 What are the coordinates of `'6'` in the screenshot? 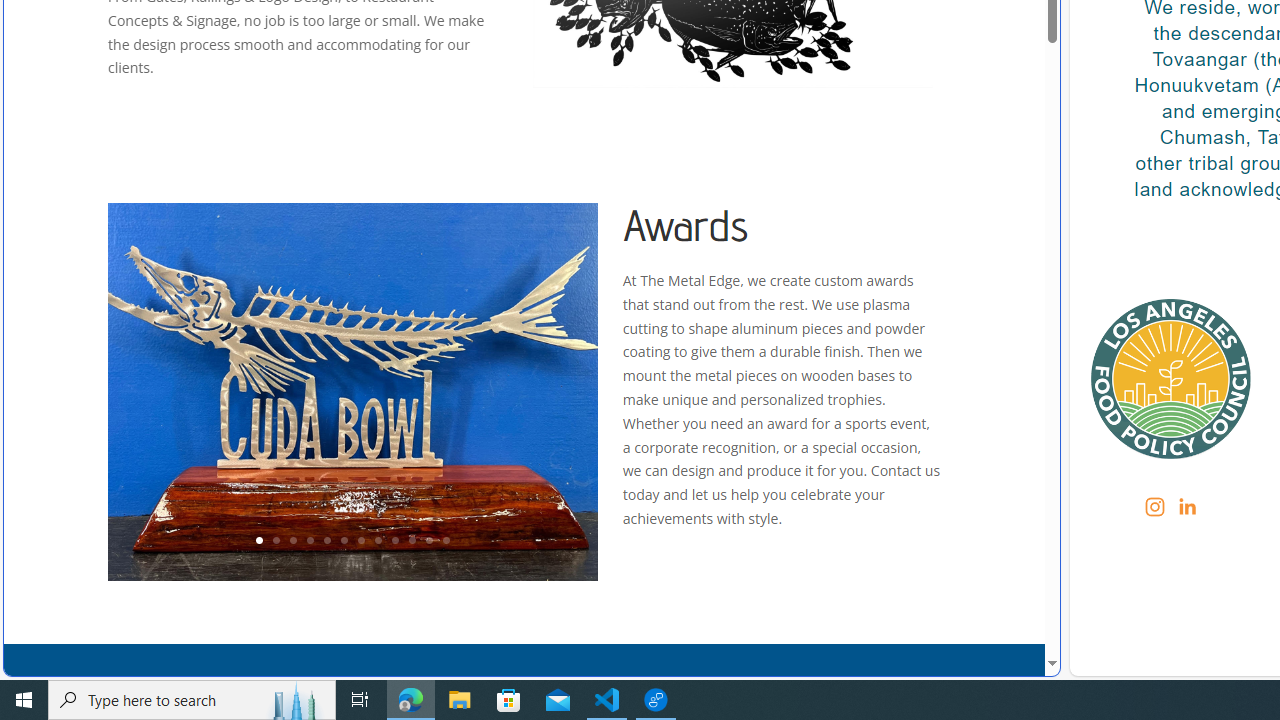 It's located at (344, 541).